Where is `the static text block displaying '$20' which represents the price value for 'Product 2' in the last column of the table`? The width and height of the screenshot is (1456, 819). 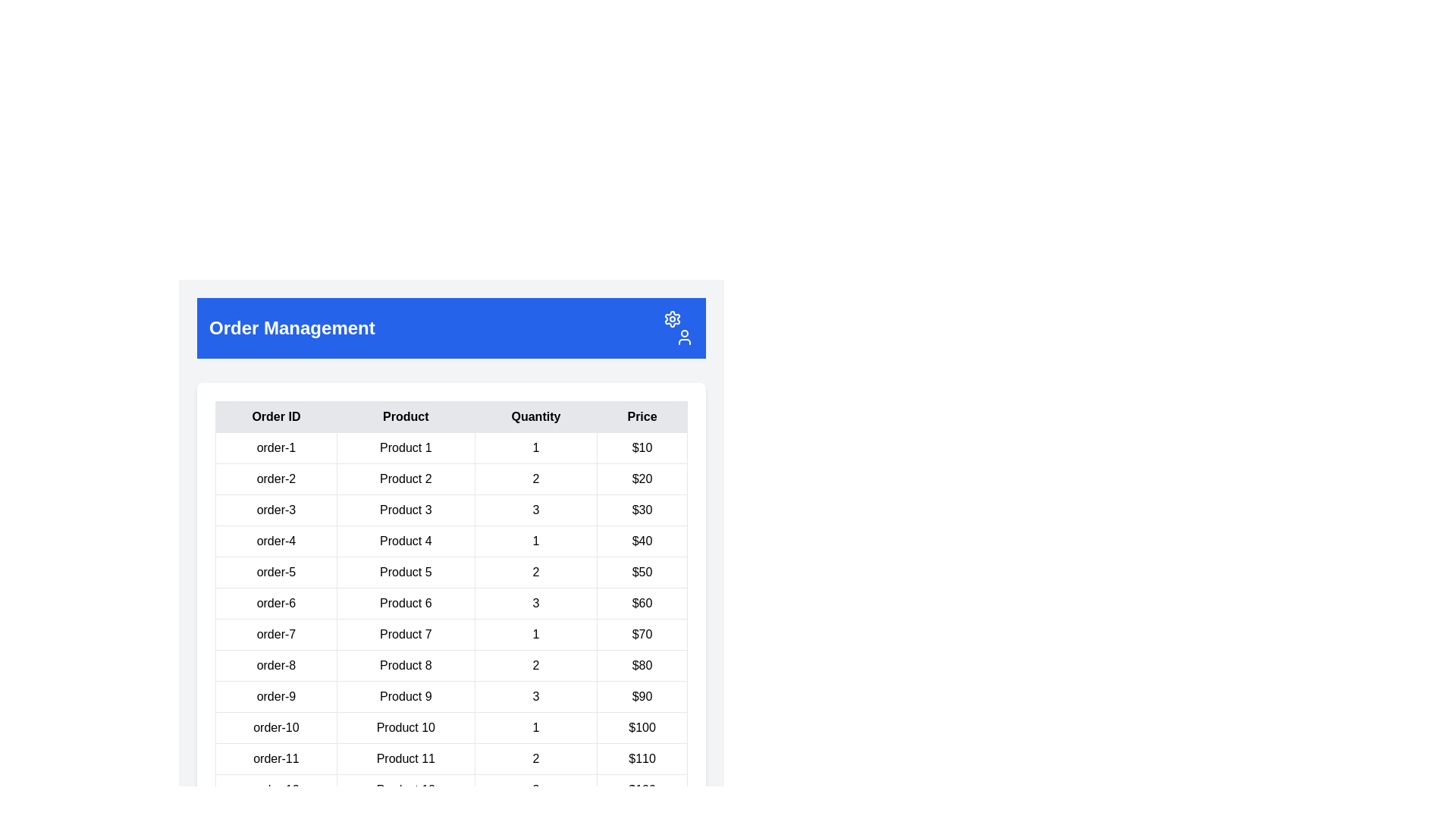
the static text block displaying '$20' which represents the price value for 'Product 2' in the last column of the table is located at coordinates (642, 479).